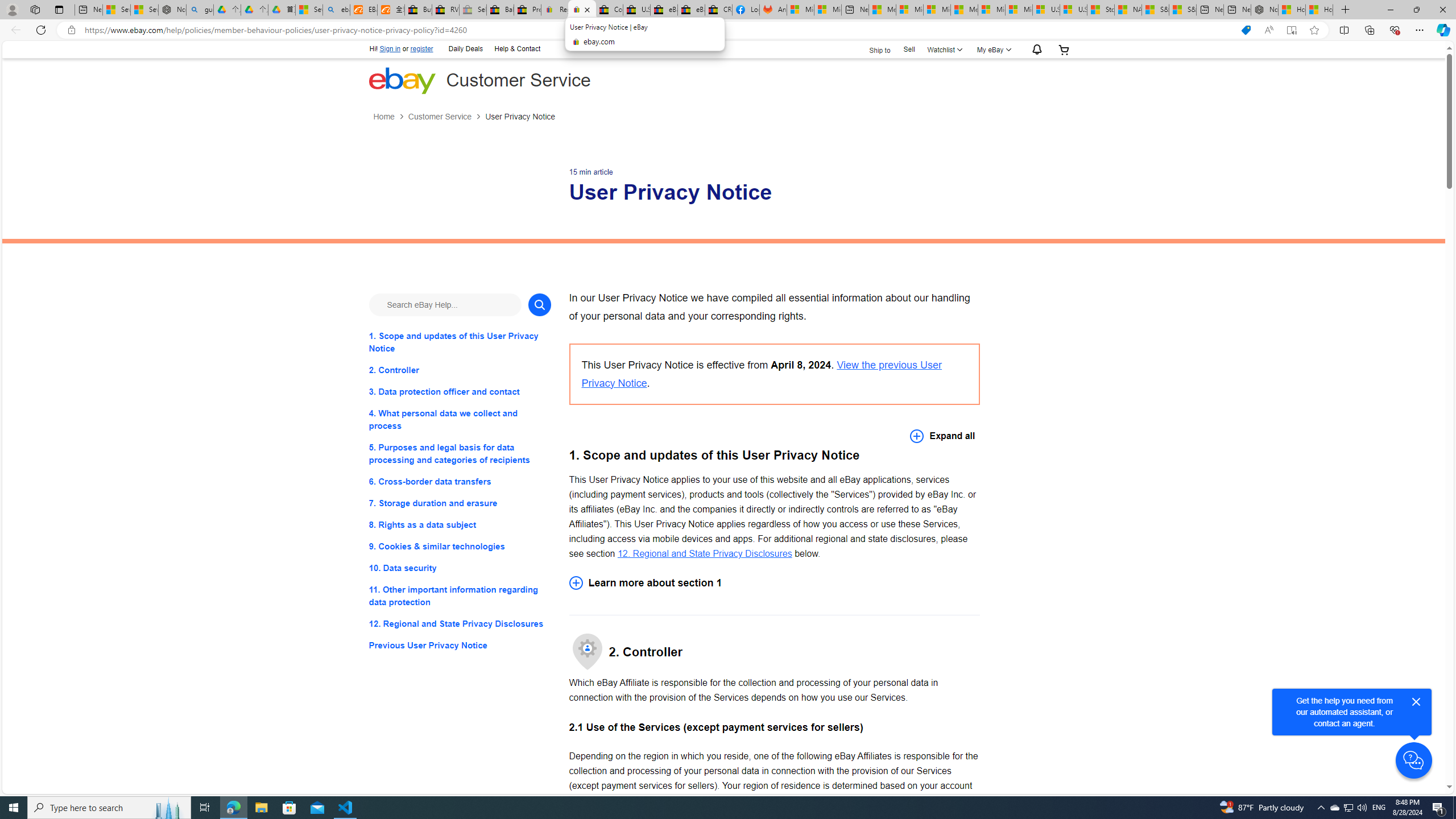 The width and height of the screenshot is (1456, 819). Describe the element at coordinates (609, 9) in the screenshot. I see `'Consumer Health Data Privacy Policy - eBay Inc.'` at that location.